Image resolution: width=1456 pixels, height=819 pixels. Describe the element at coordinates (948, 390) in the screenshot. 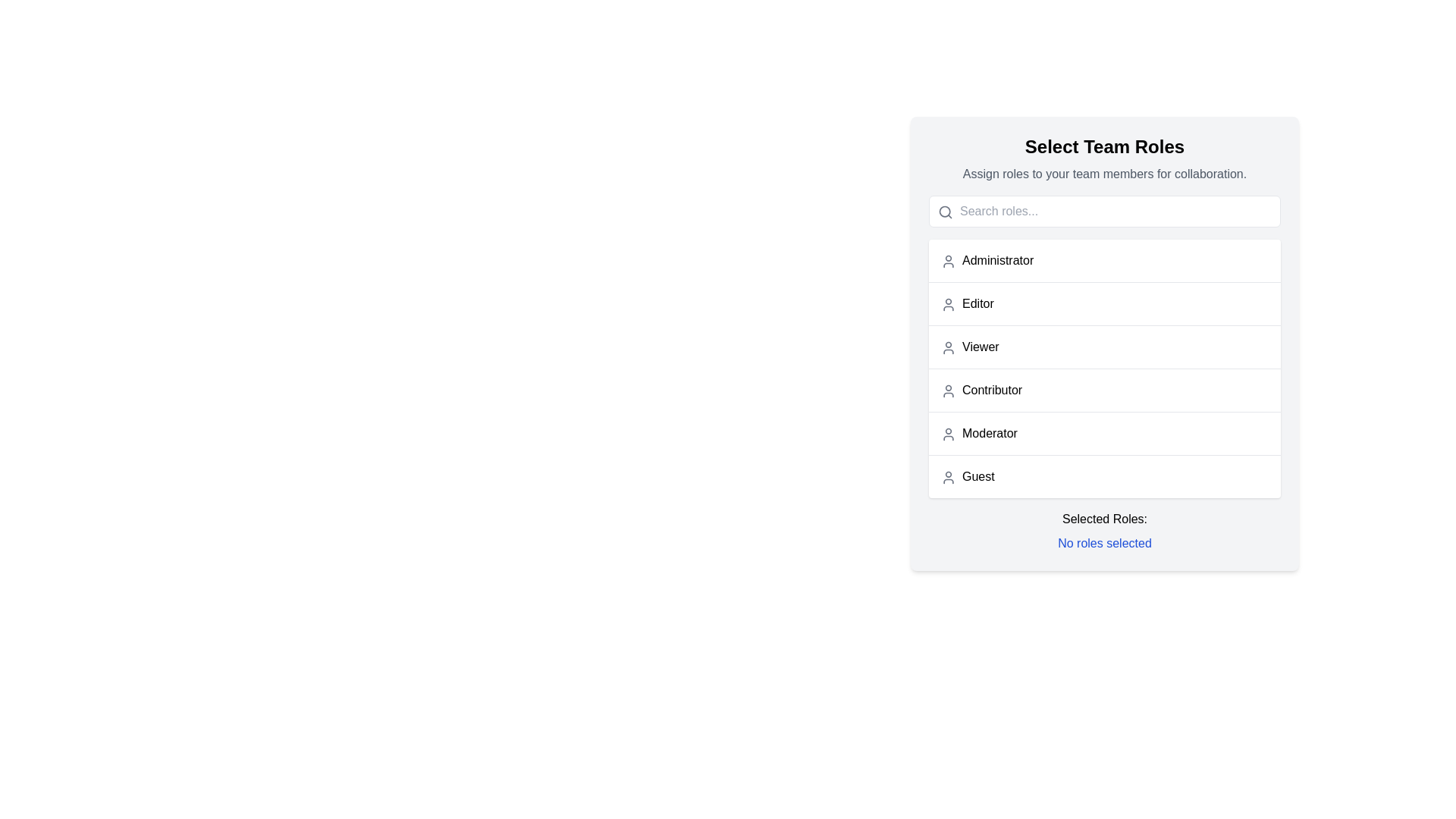

I see `the user profile icon adjacent to the 'Contributor' label in the 'Select Team Roles' interface` at that location.